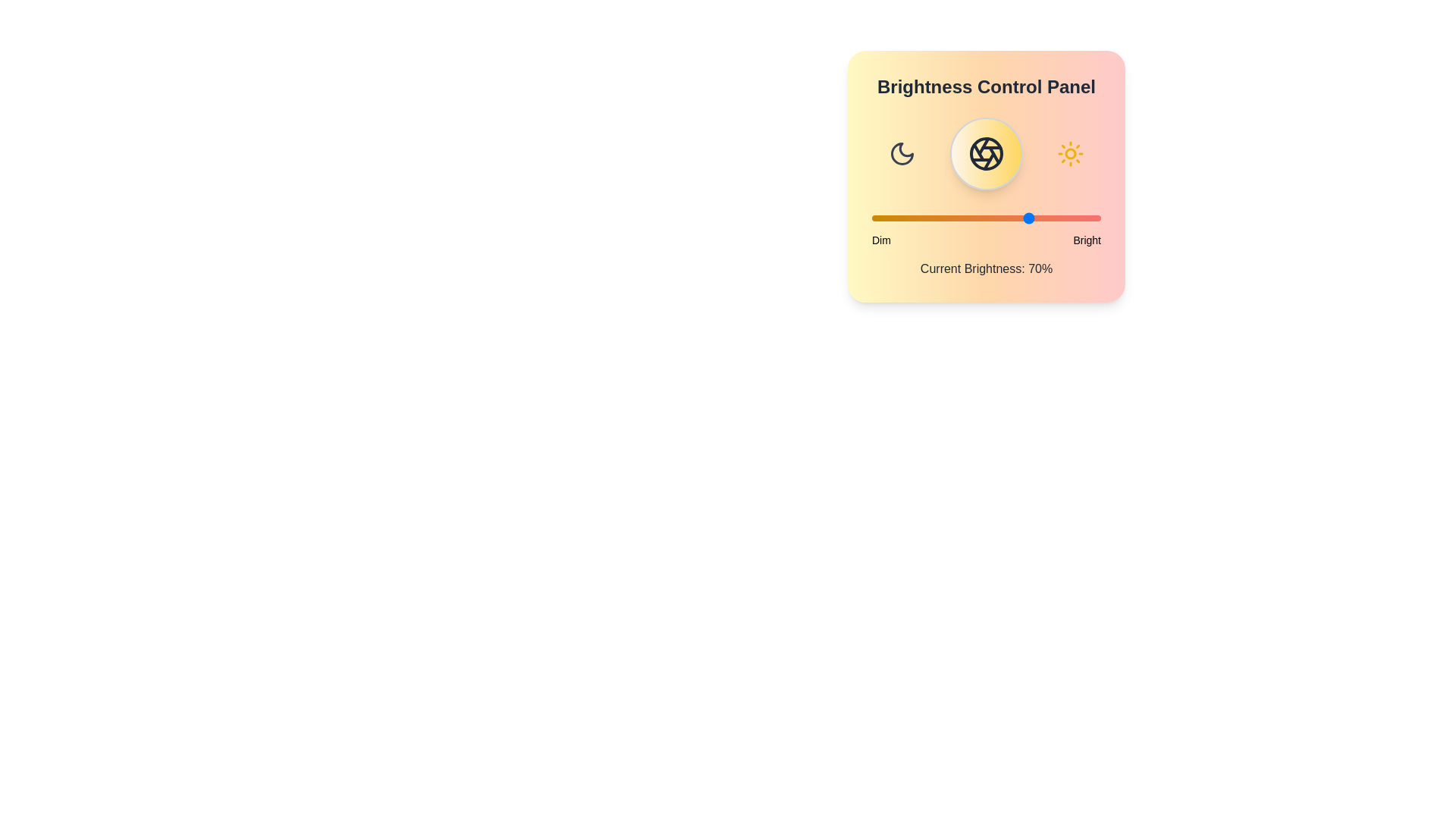 The image size is (1456, 819). Describe the element at coordinates (1043, 218) in the screenshot. I see `the brightness slider to 75%` at that location.